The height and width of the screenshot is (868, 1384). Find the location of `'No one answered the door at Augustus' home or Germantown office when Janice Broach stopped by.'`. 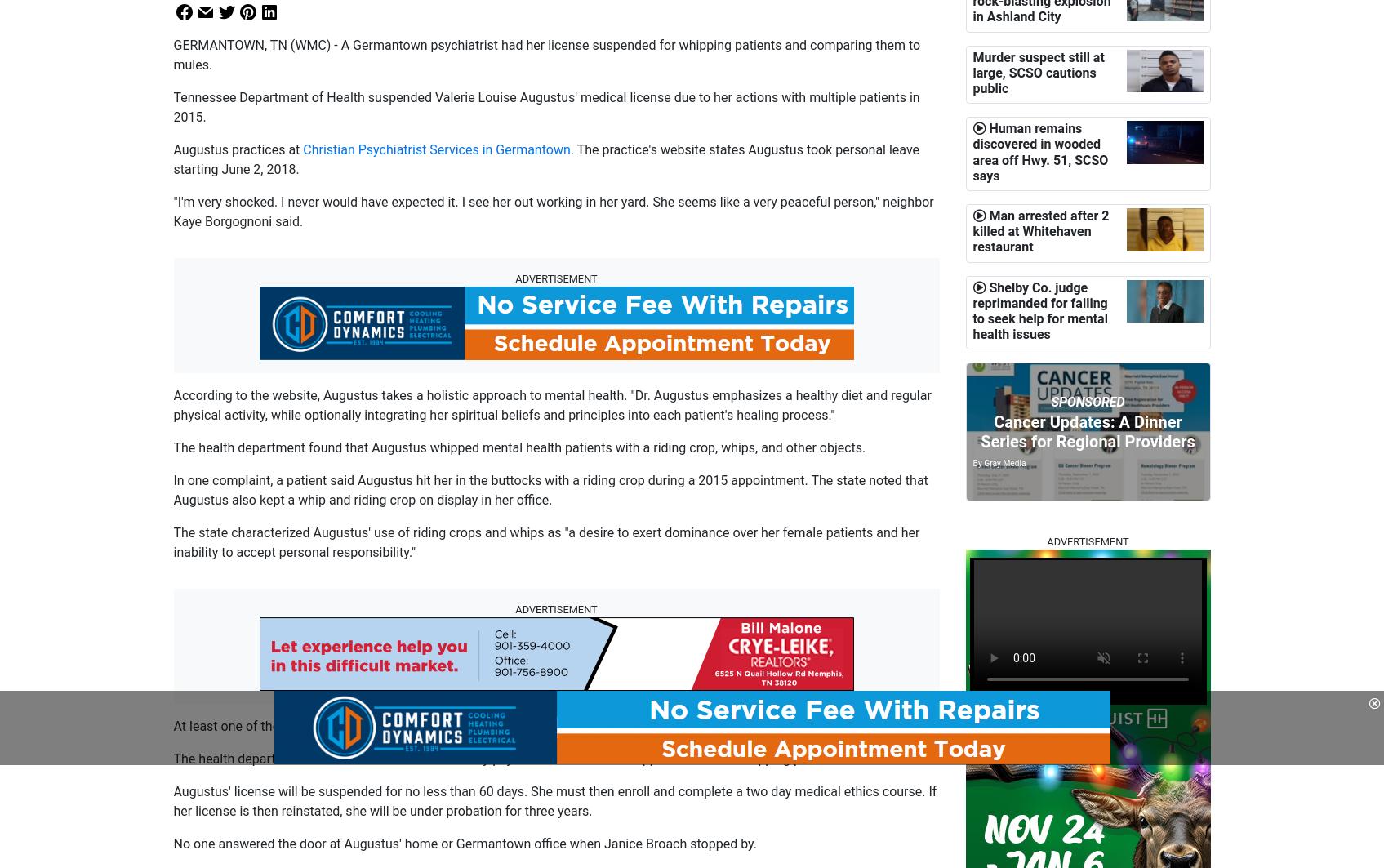

'No one answered the door at Augustus' home or Germantown office when Janice Broach stopped by.' is located at coordinates (465, 843).